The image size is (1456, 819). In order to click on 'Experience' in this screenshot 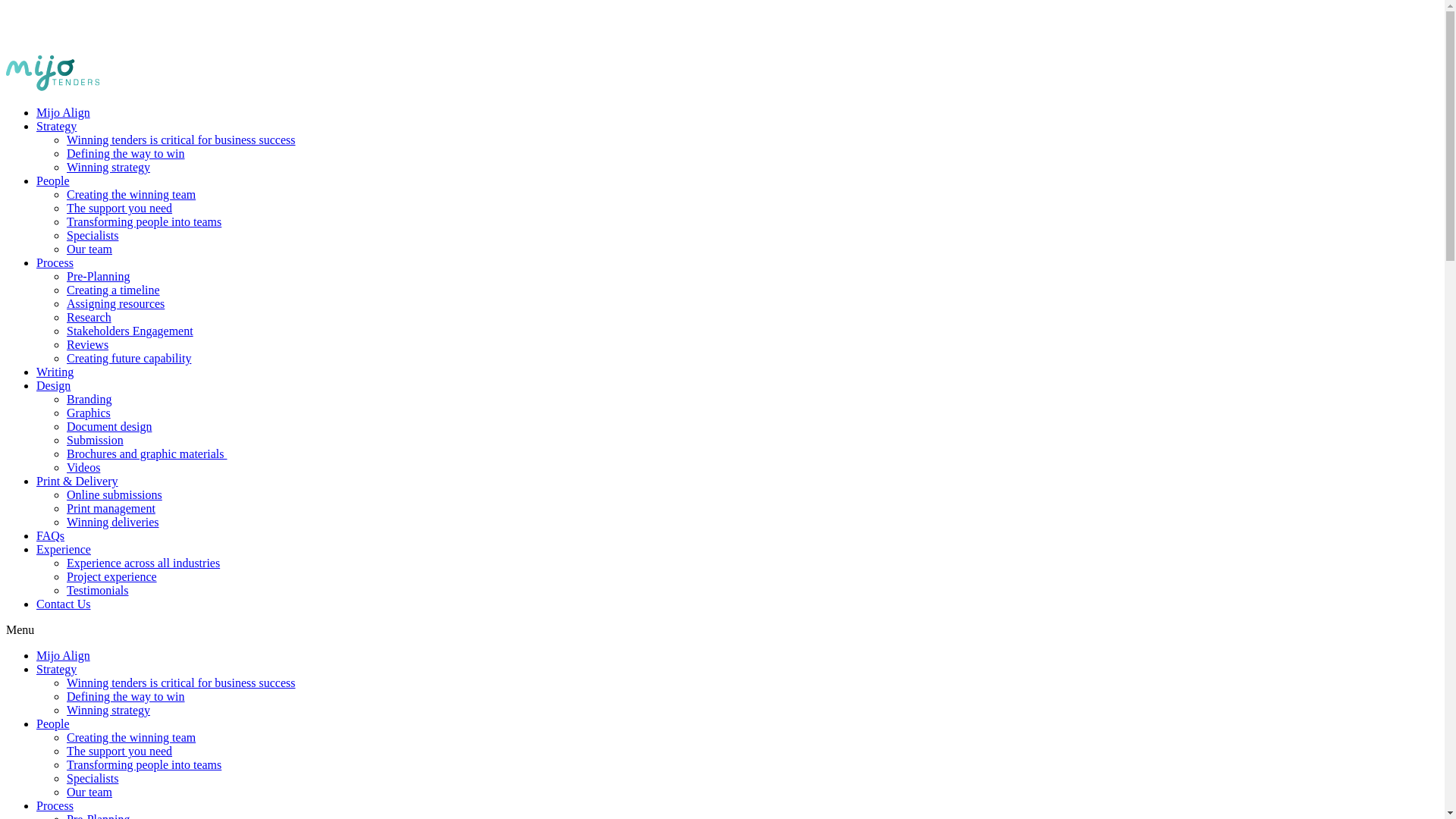, I will do `click(62, 549)`.